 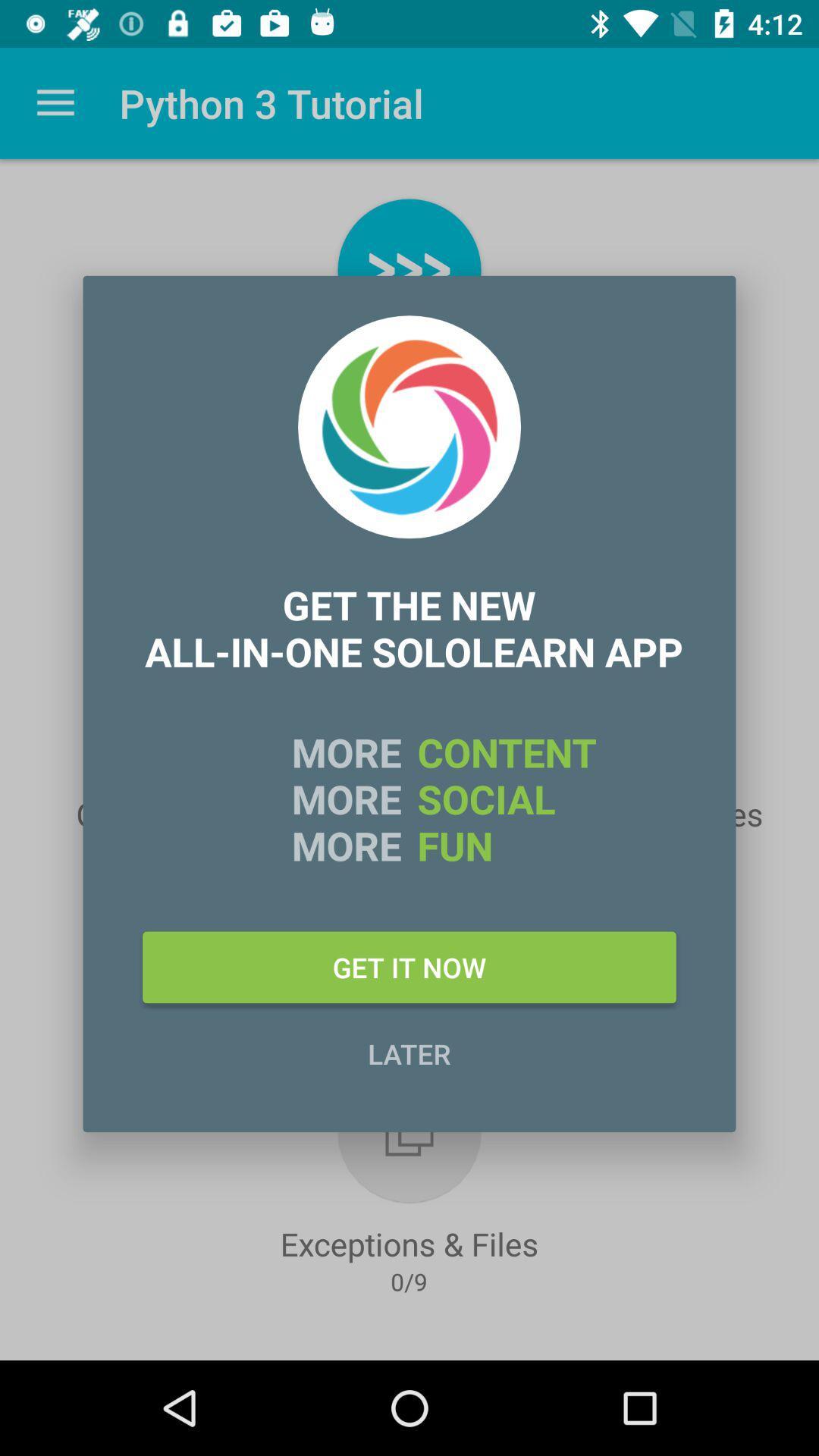 I want to click on later, so click(x=409, y=1053).